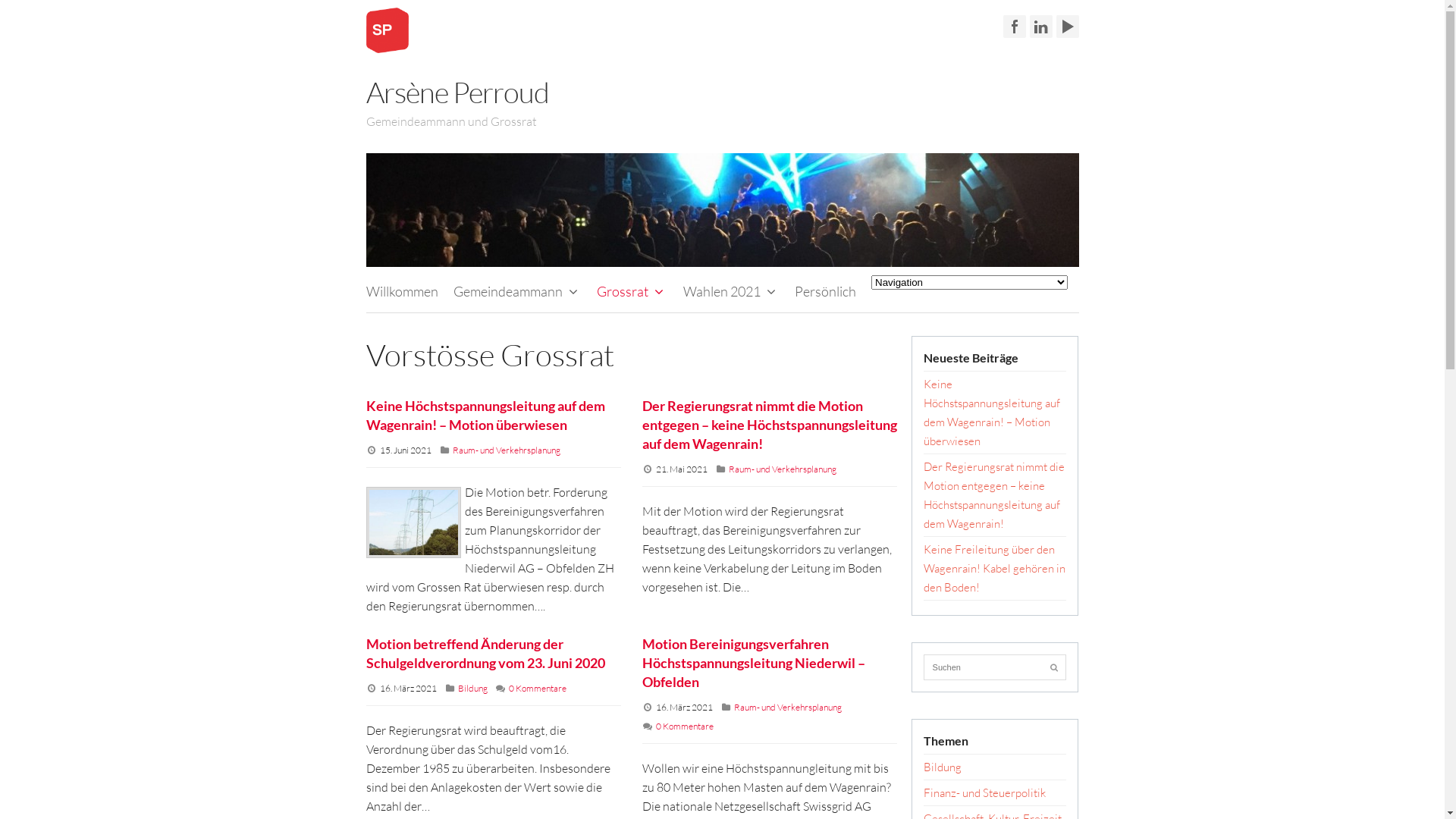 The width and height of the screenshot is (1456, 819). What do you see at coordinates (984, 792) in the screenshot?
I see `'Finanz- und Steuerpolitik'` at bounding box center [984, 792].